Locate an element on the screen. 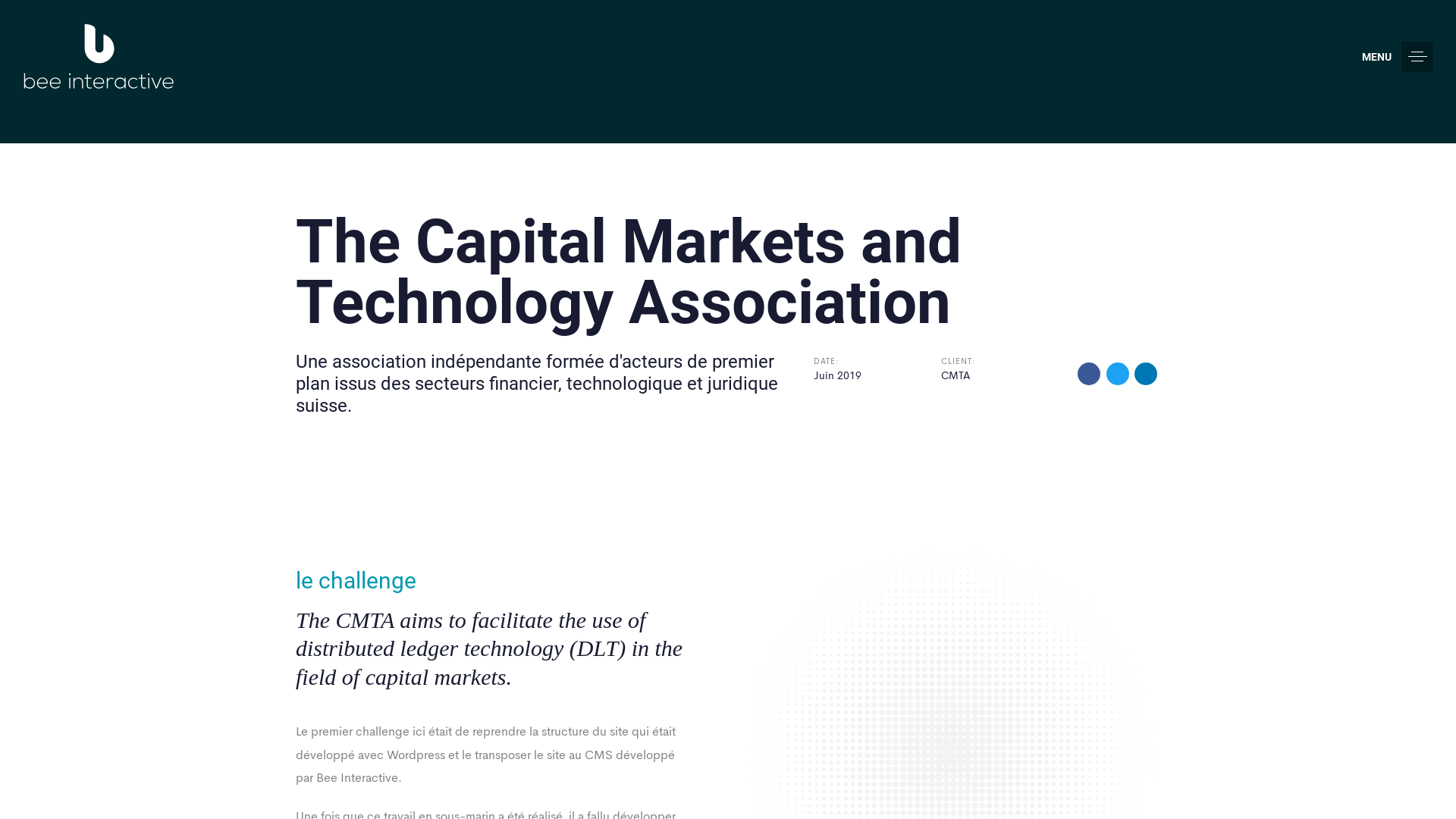  'MENU' is located at coordinates (1397, 55).